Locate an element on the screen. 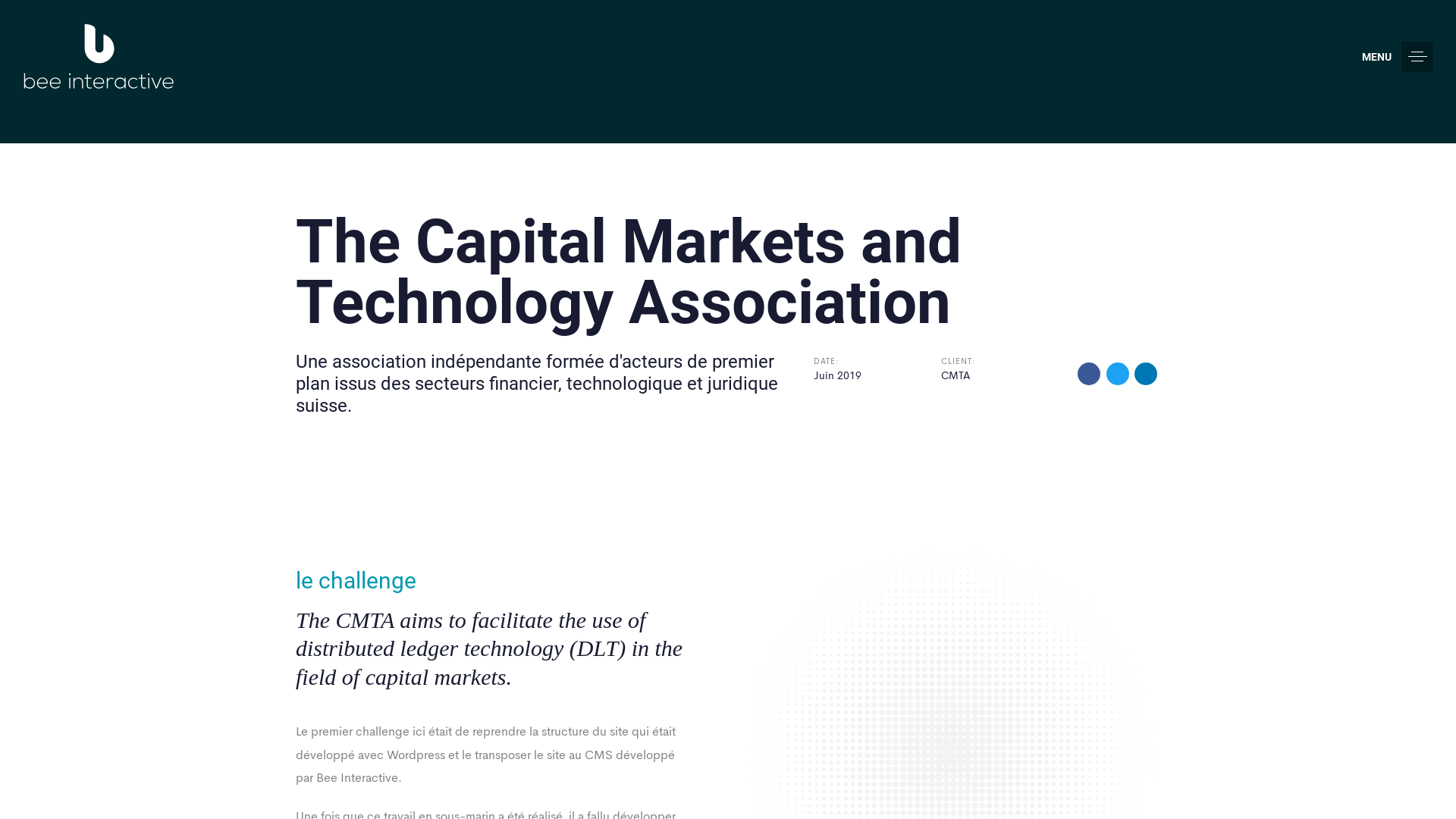  'MENU' is located at coordinates (1397, 55).